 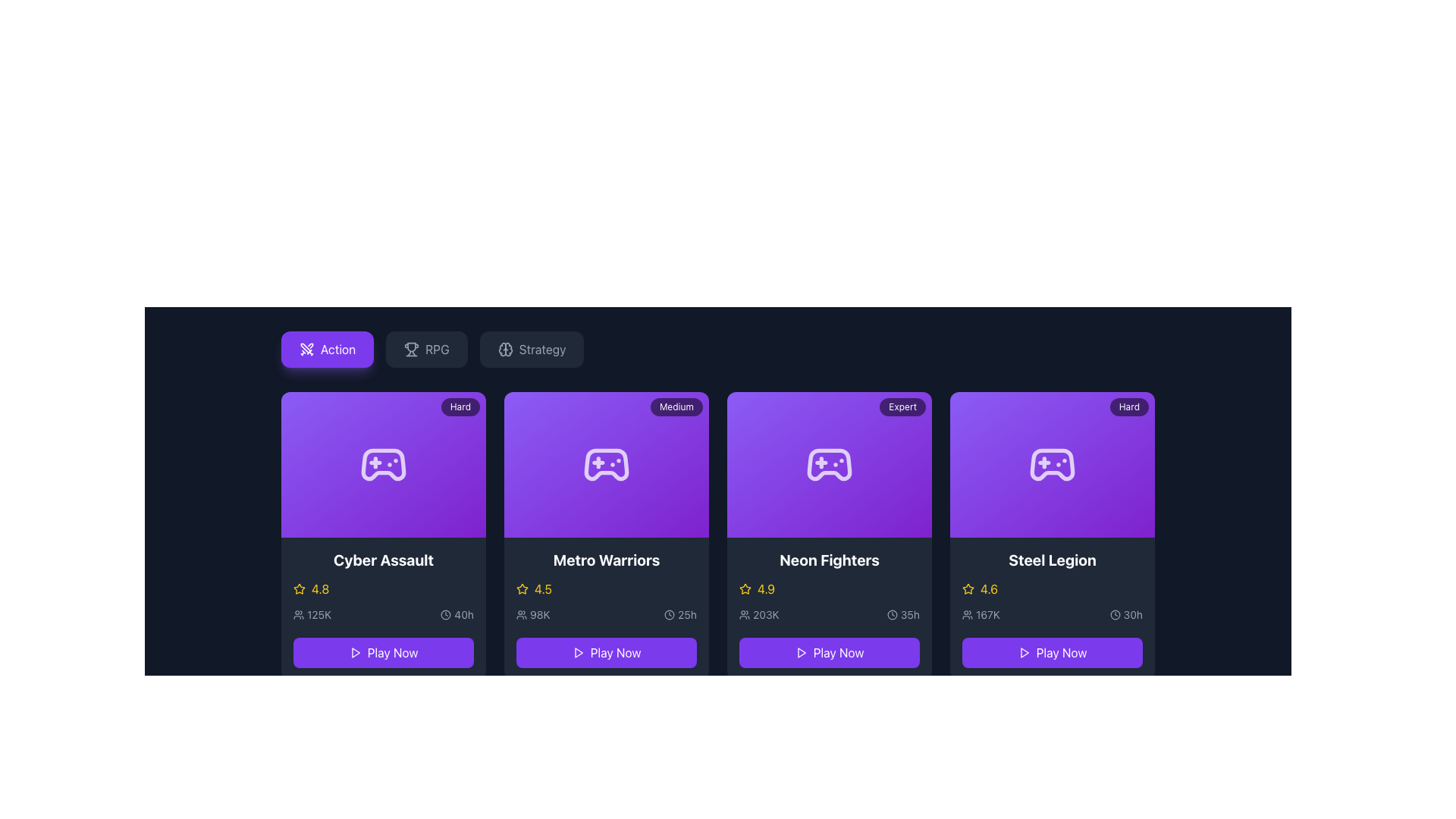 I want to click on the 'Play Now' button, which is a purple rectangular button with rounded corners, displaying the text 'Play Now' in white and a play triangle icon, located at the bottom center of the 'Metro Warriors' card, so click(x=607, y=648).